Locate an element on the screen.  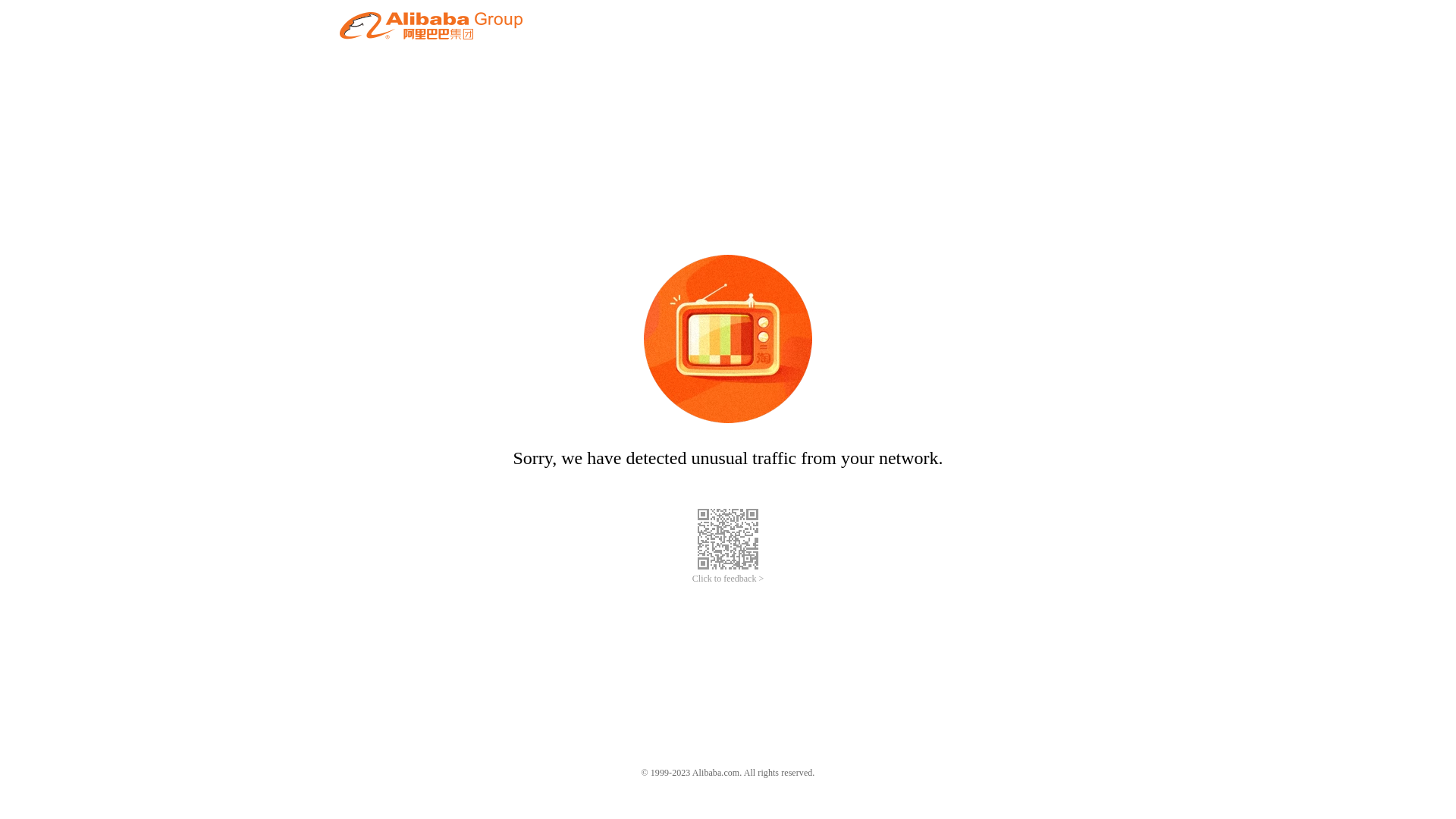
'Click to feedback >' is located at coordinates (691, 579).